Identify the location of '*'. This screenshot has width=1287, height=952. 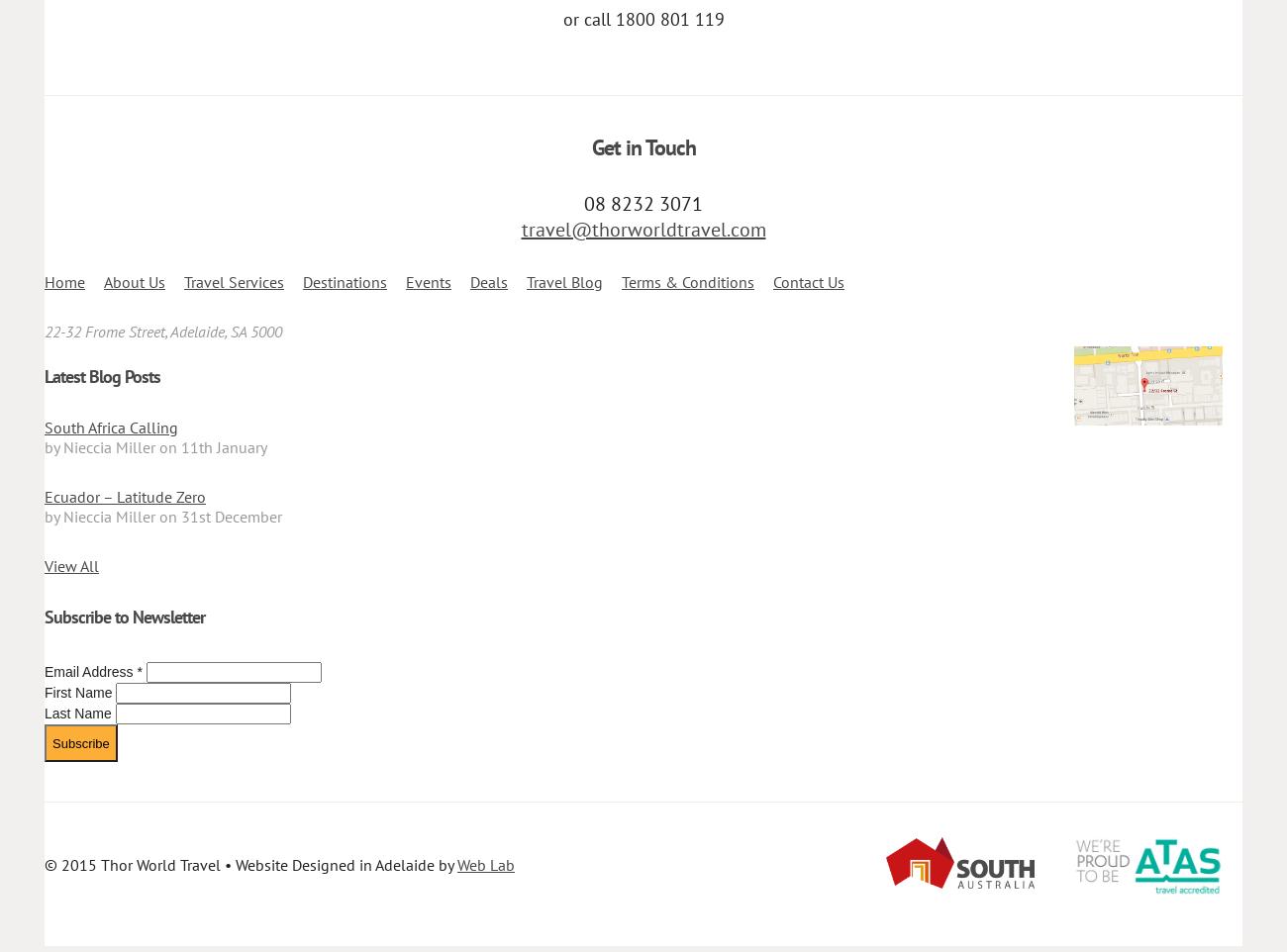
(136, 670).